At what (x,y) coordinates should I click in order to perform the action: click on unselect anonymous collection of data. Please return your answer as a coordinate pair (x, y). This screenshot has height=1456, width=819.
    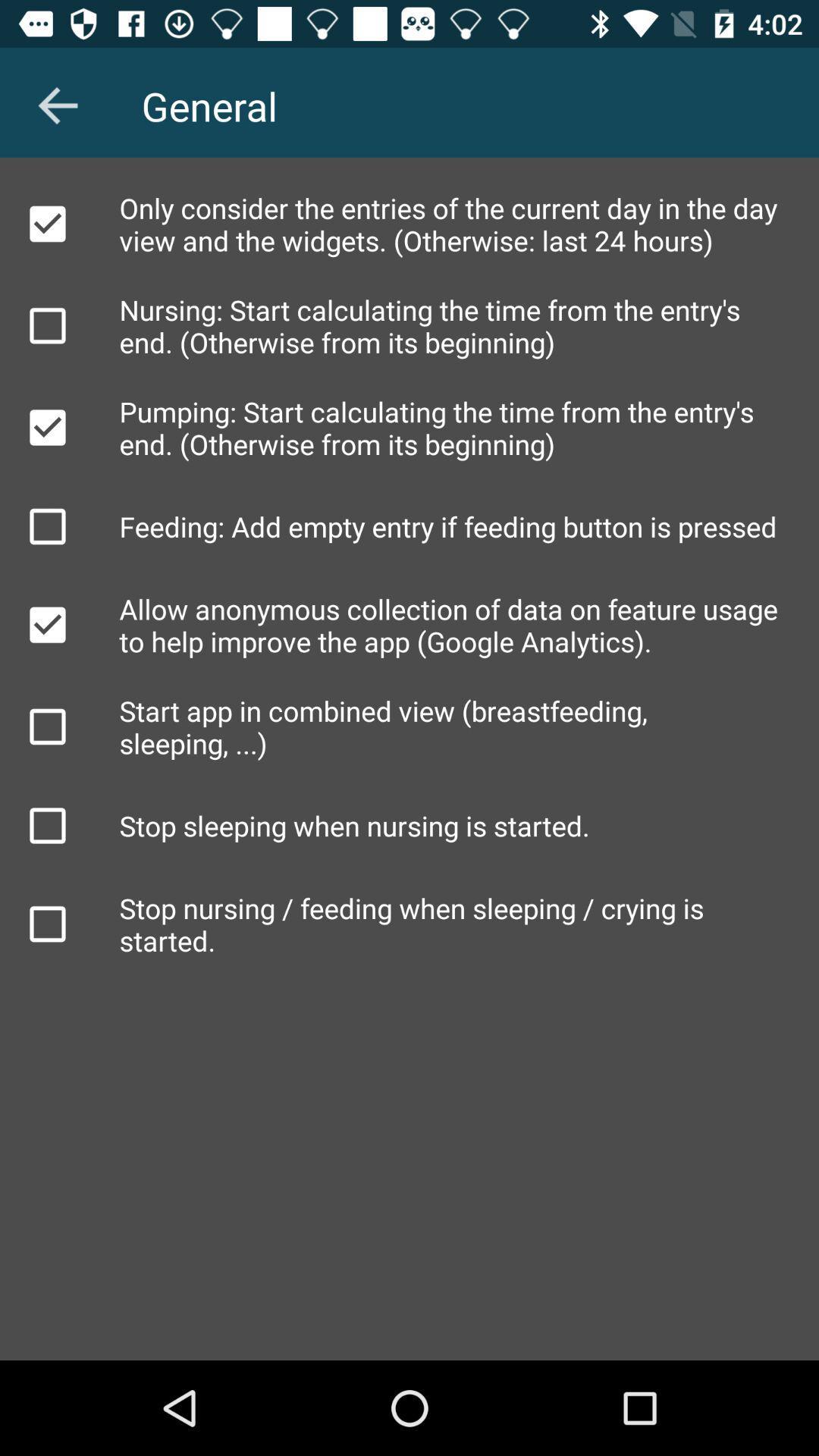
    Looking at the image, I should click on (46, 625).